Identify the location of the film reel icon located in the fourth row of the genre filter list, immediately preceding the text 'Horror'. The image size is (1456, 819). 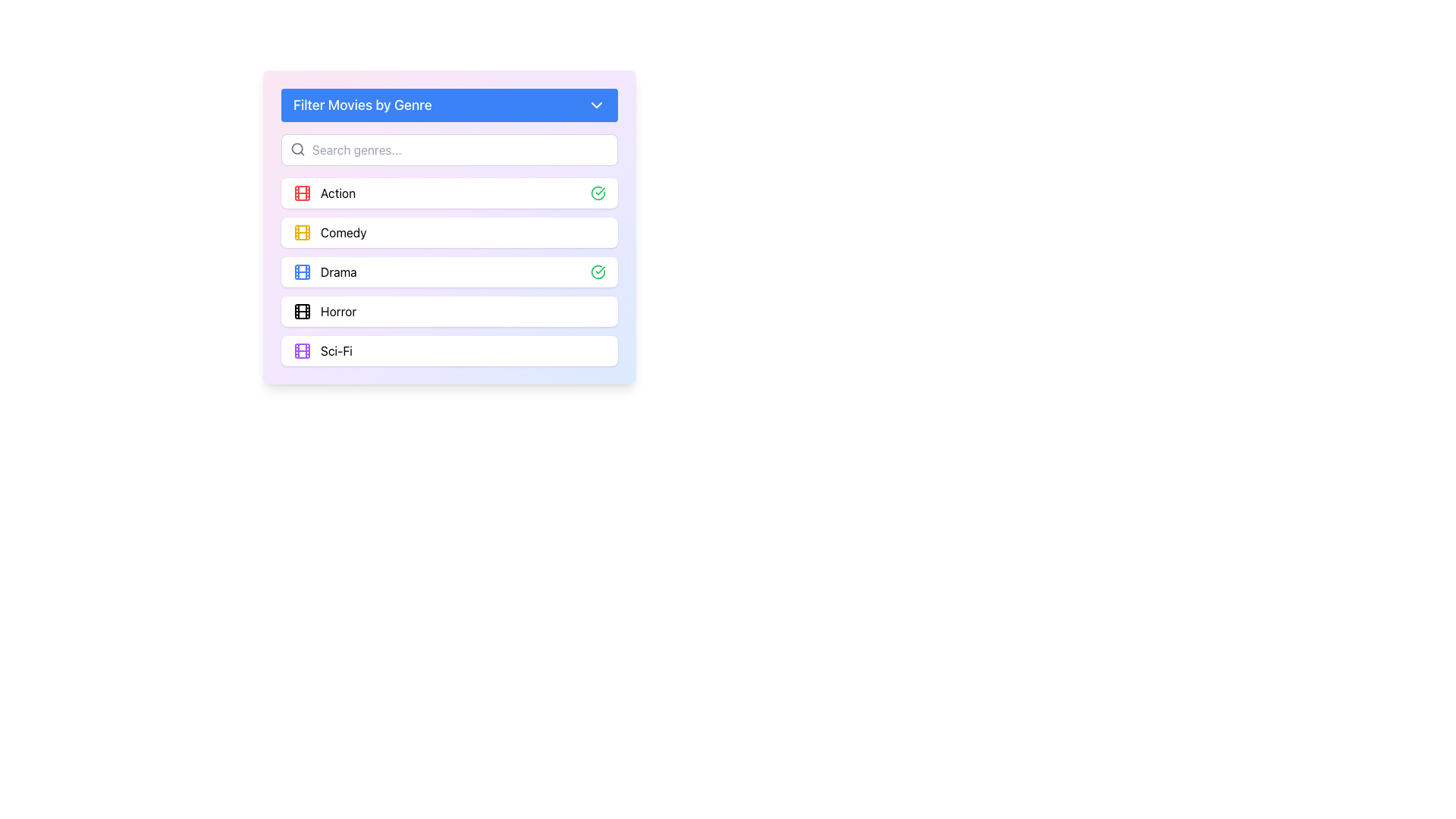
(302, 311).